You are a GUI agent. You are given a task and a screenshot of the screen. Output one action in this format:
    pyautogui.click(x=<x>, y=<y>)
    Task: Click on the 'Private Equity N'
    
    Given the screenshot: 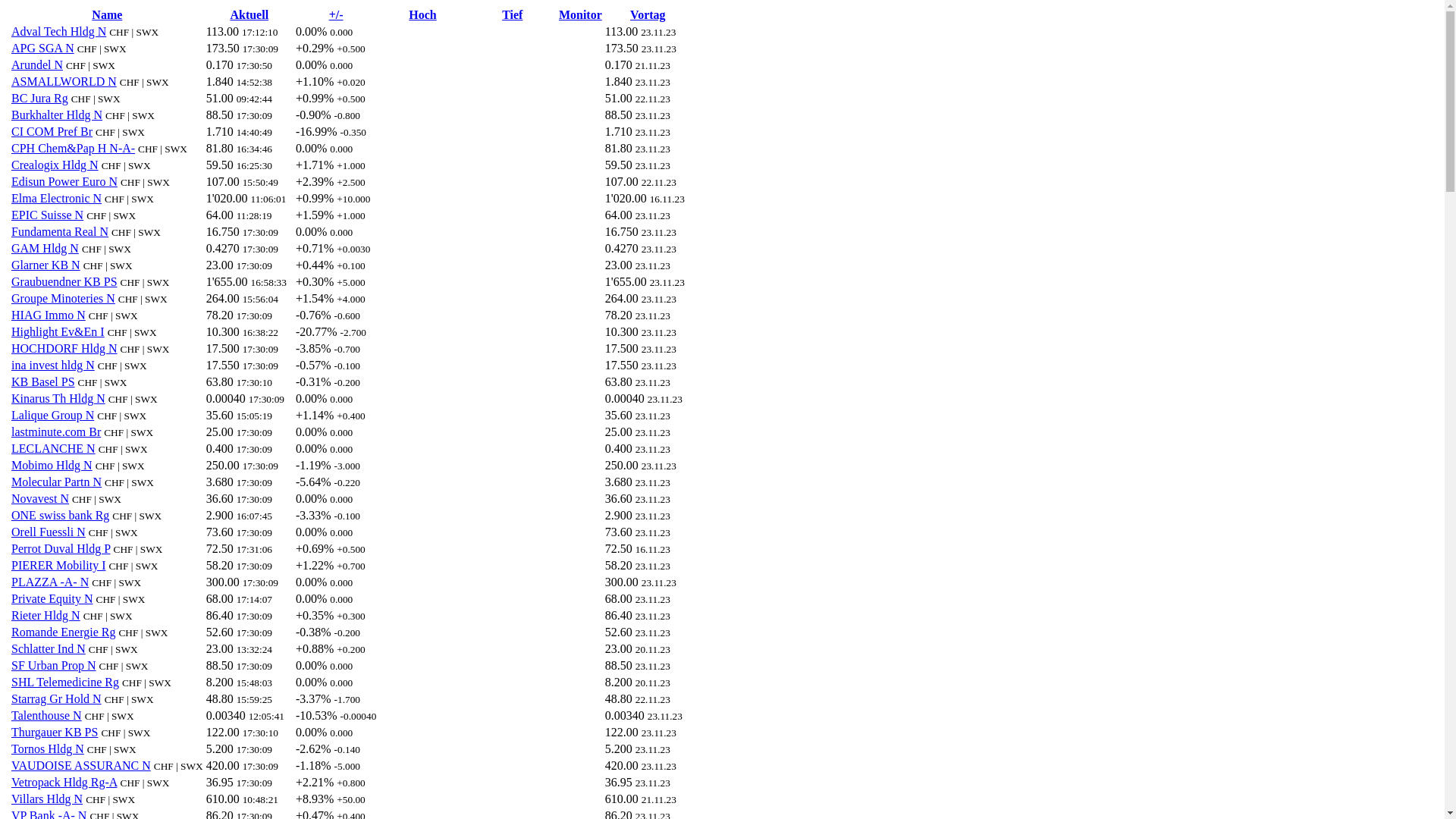 What is the action you would take?
    pyautogui.click(x=11, y=598)
    